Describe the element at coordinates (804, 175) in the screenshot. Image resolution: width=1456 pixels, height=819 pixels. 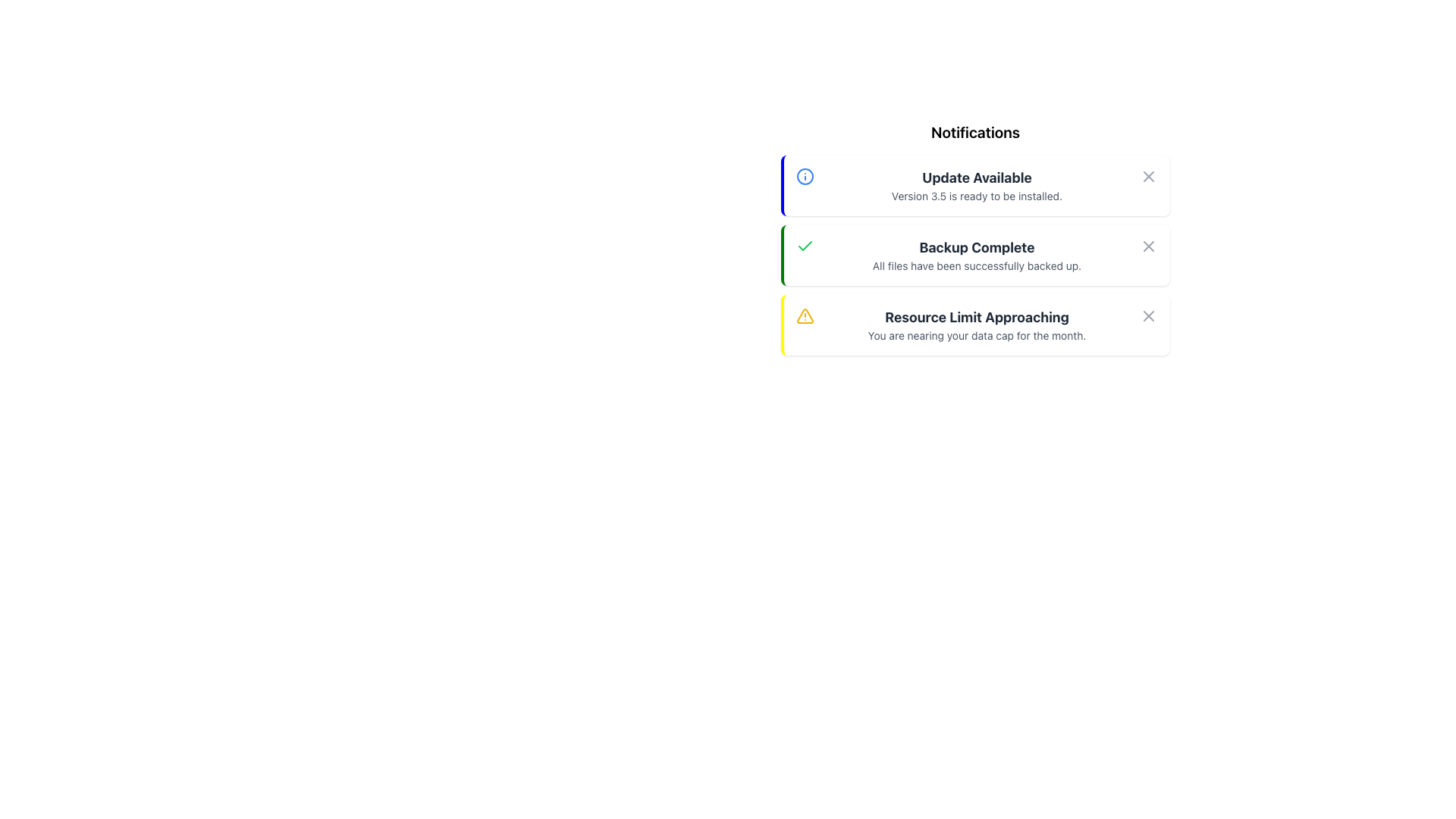
I see `the icon representing the notification in the uppermost 'Update Available' notification box, which is positioned to the left of the text content` at that location.